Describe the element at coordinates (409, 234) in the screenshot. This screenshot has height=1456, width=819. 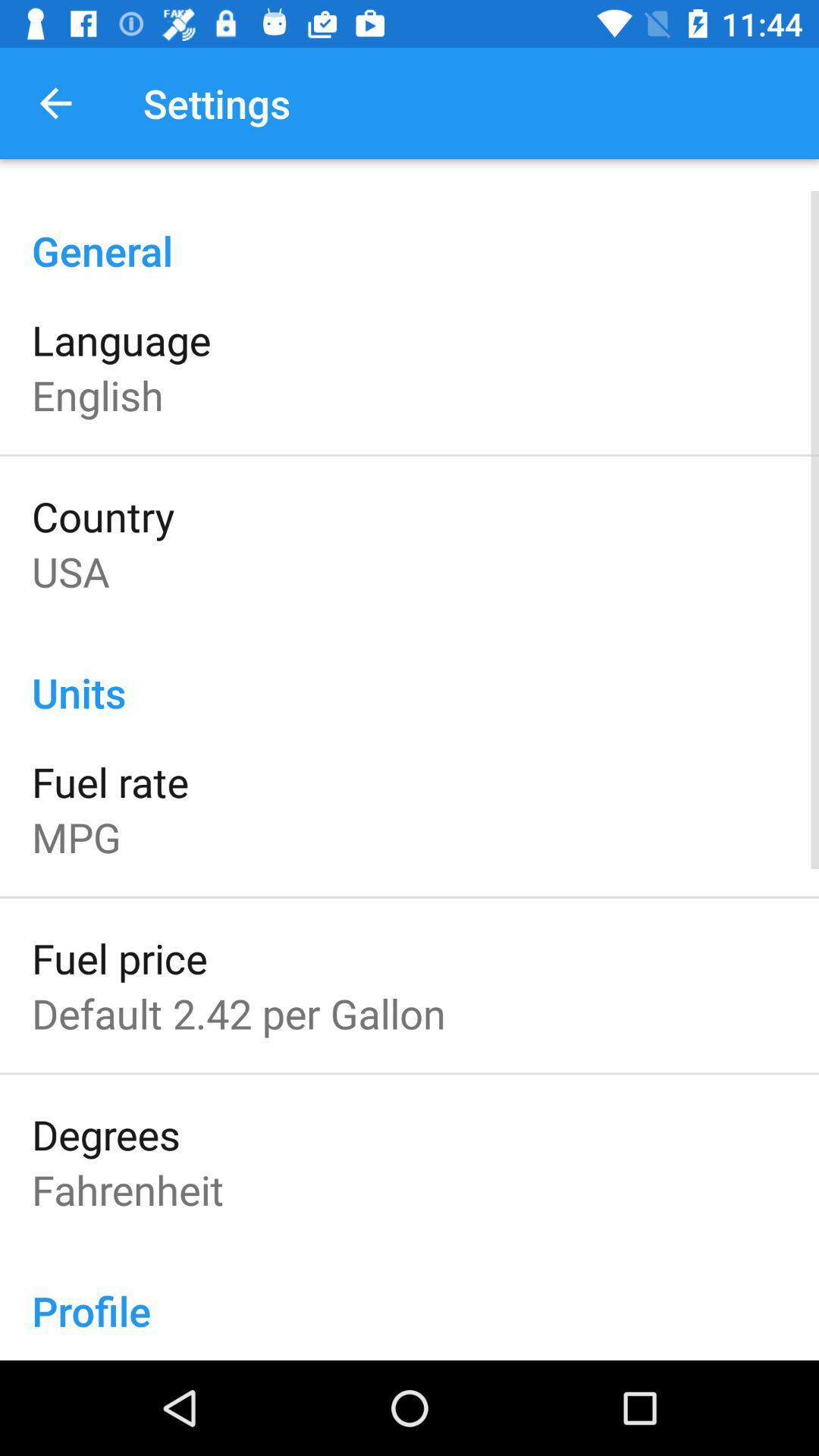
I see `the general icon` at that location.